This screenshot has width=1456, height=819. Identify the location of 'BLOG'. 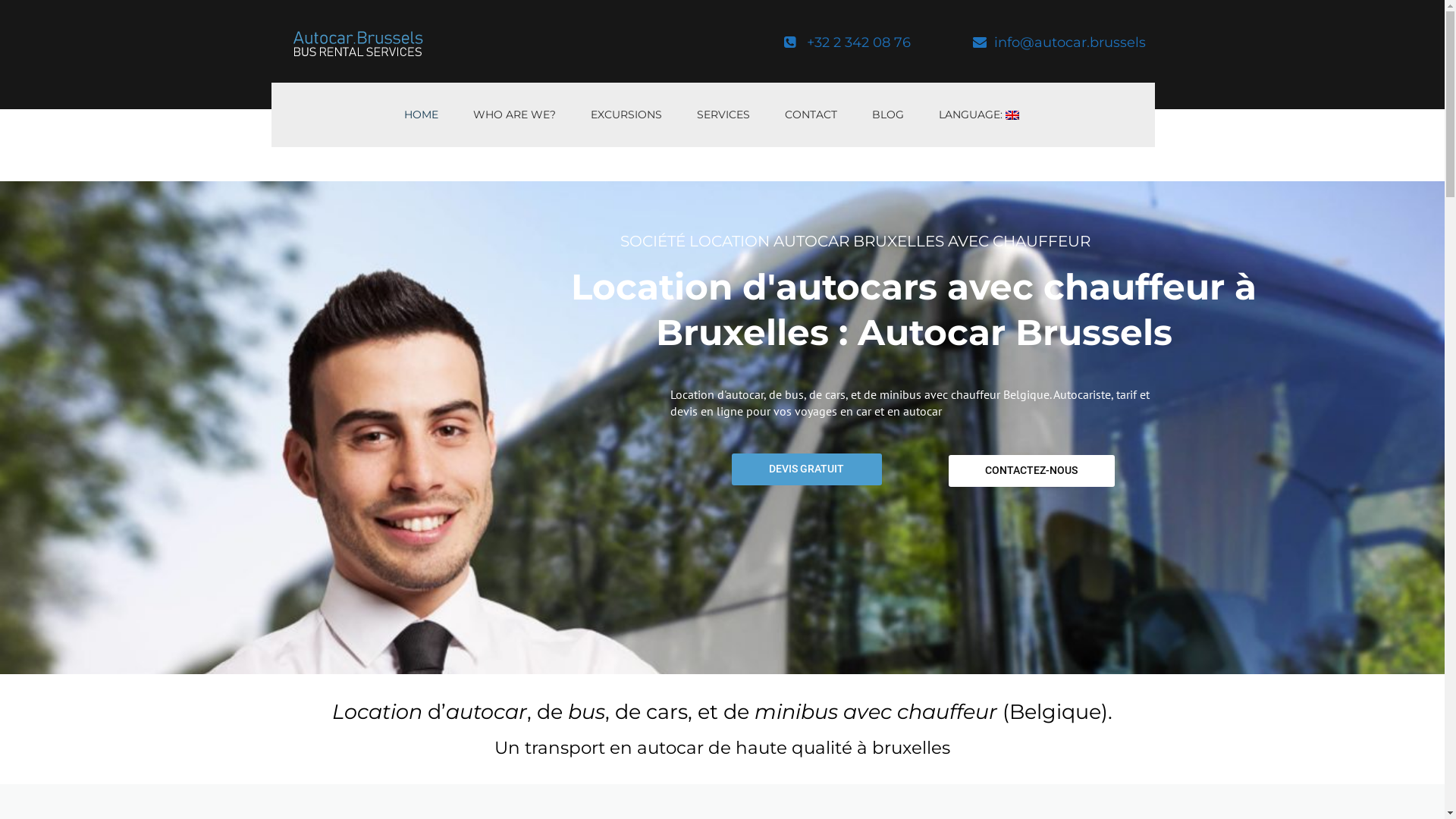
(887, 114).